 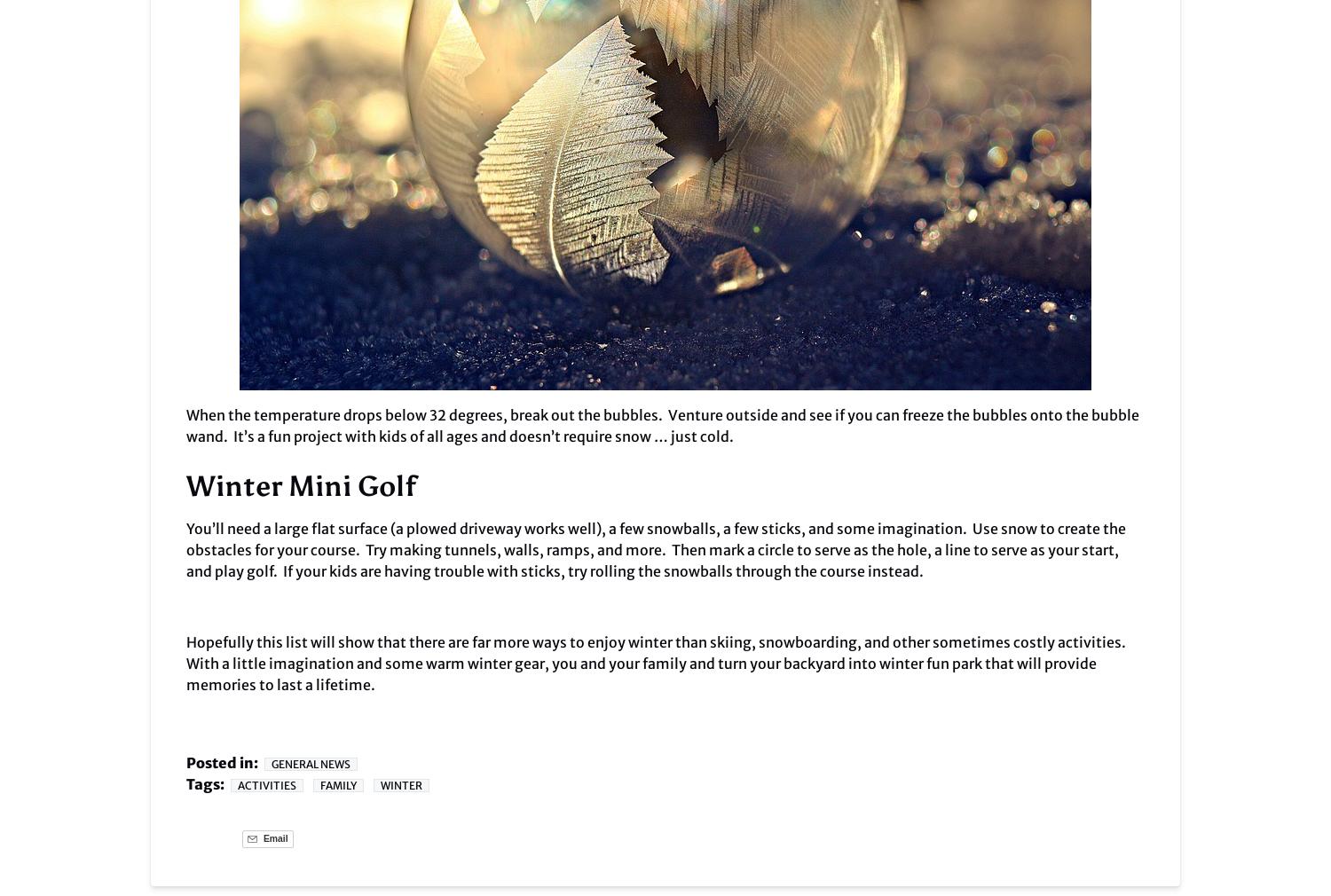 What do you see at coordinates (267, 785) in the screenshot?
I see `'Activities'` at bounding box center [267, 785].